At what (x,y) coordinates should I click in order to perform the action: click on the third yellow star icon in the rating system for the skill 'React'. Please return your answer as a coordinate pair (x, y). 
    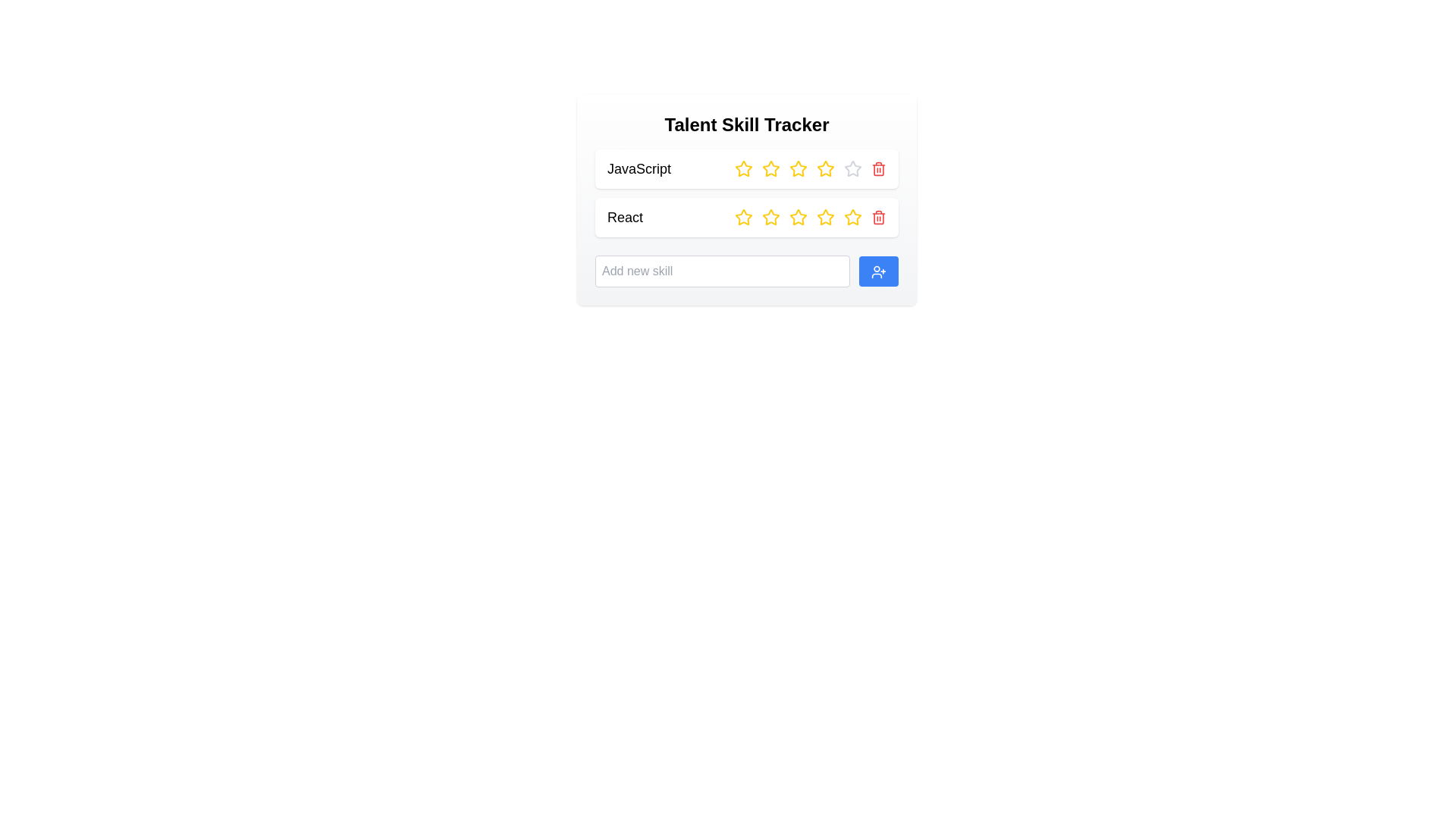
    Looking at the image, I should click on (771, 217).